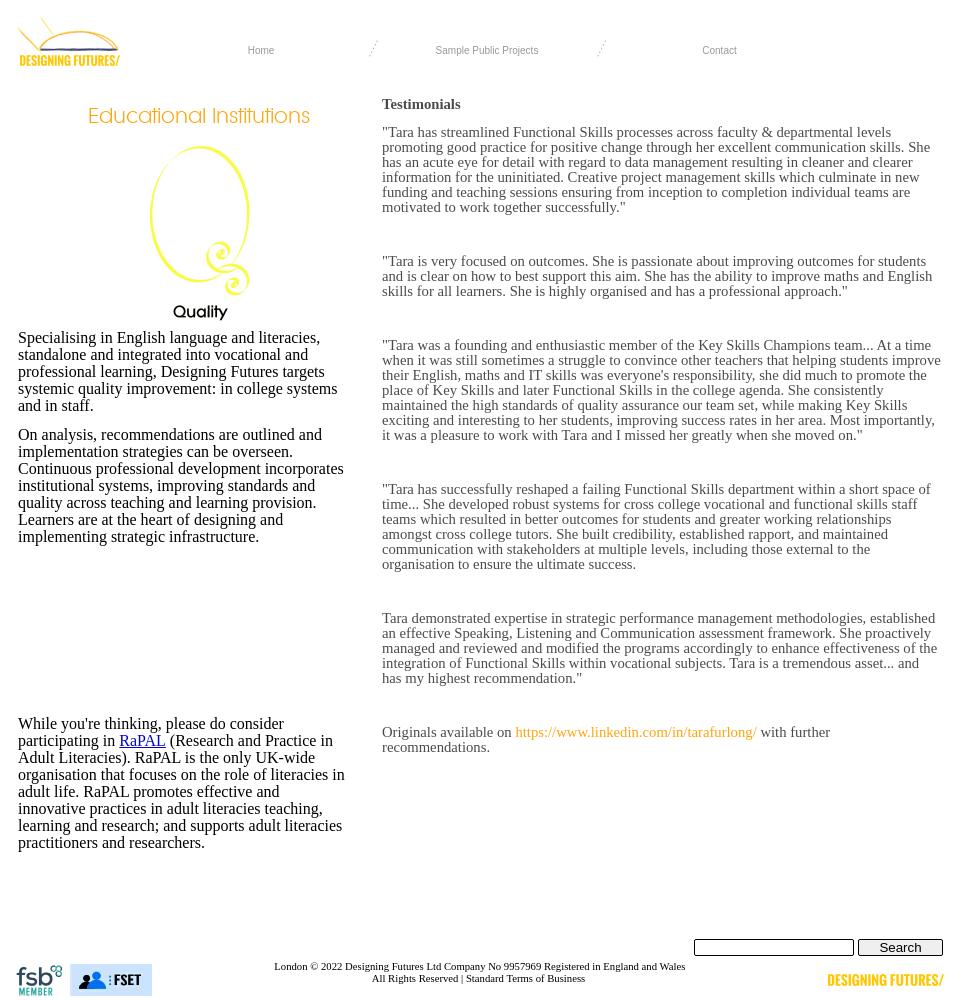  I want to click on 'Specialising in English language and literacies, standalone and integrated into vocational and professional learning, Designing Futures targets systemic quality improvement: in college systems and in staff.', so click(176, 370).